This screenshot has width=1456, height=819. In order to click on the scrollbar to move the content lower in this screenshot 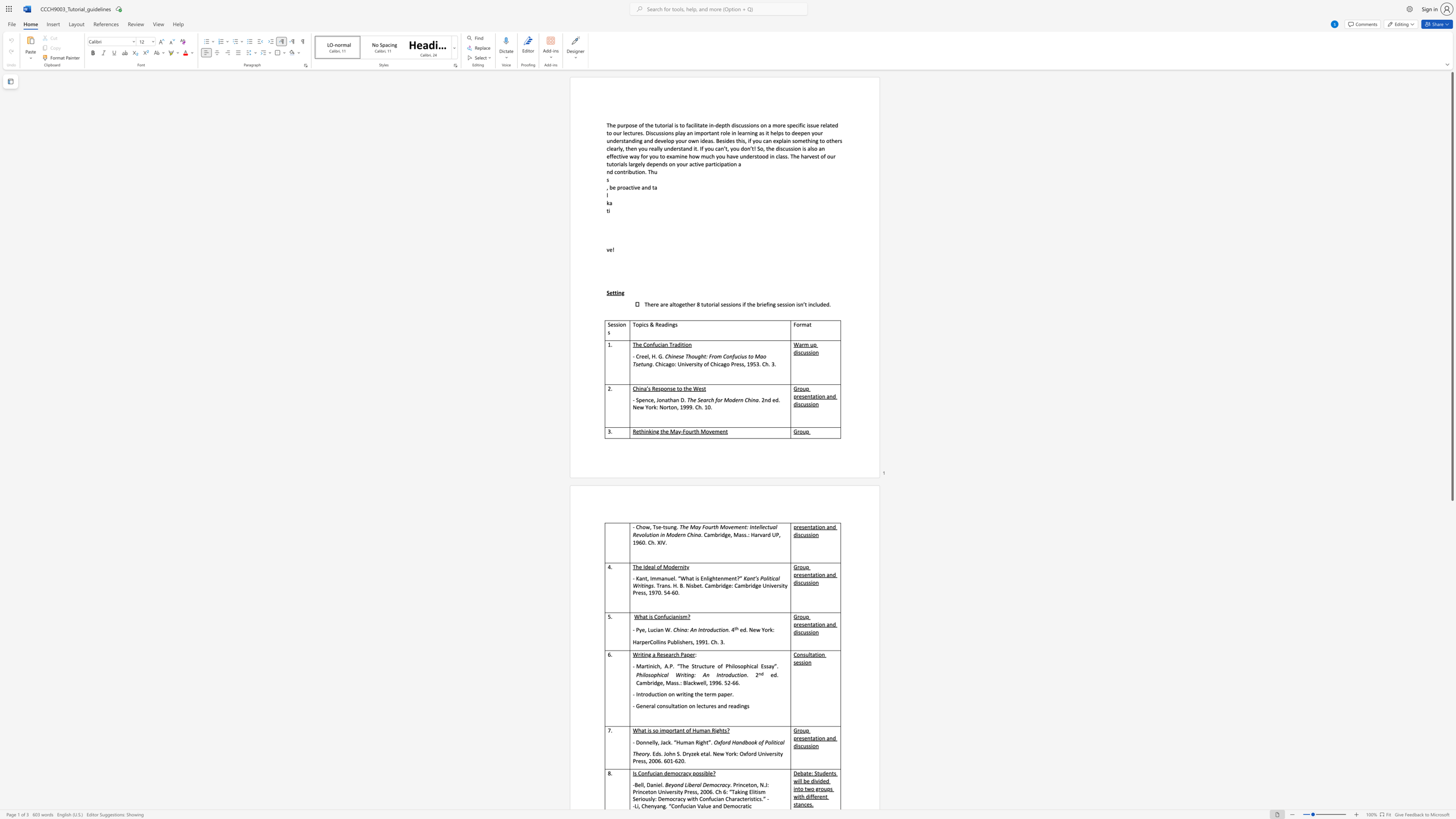, I will do `click(1451, 553)`.